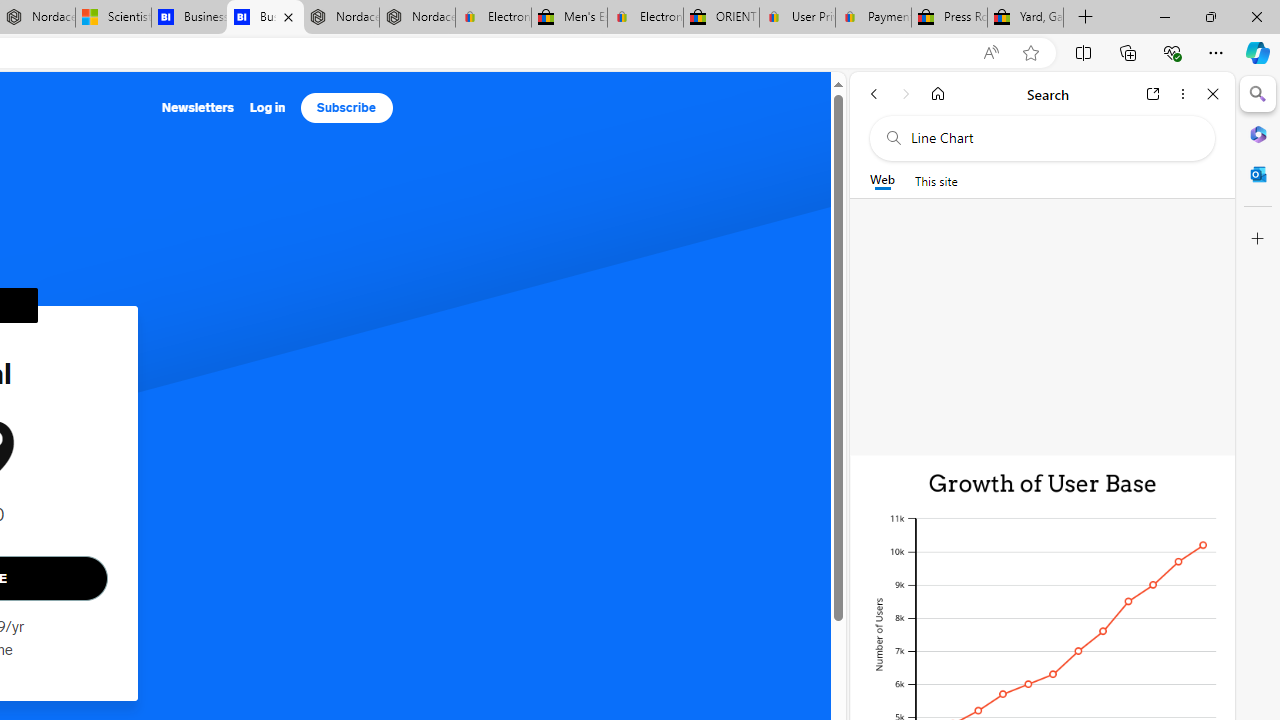  Describe the element at coordinates (1257, 94) in the screenshot. I see `'Minimize Search pane'` at that location.